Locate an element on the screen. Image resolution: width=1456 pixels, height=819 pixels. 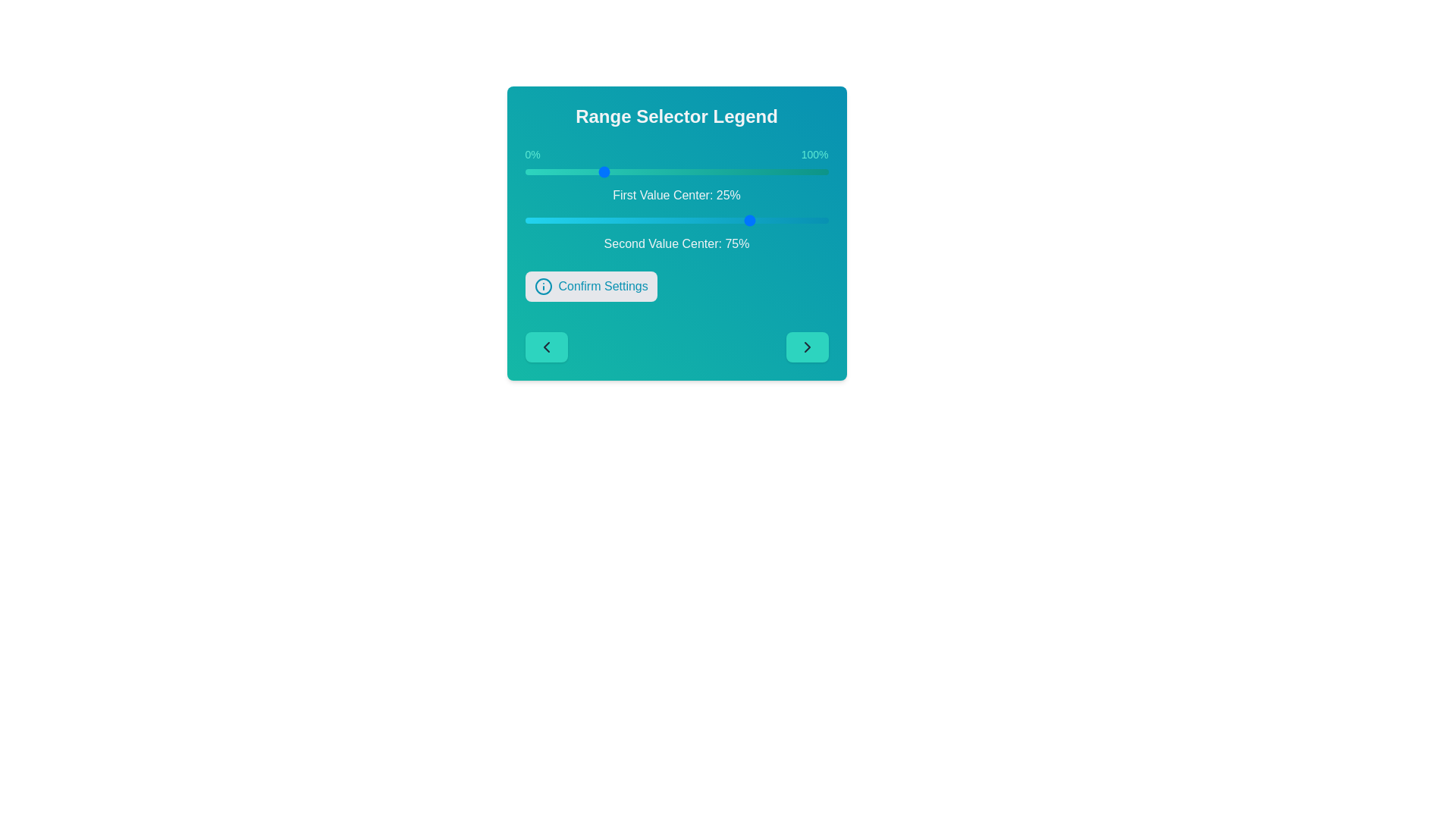
the range slider is located at coordinates (676, 171).